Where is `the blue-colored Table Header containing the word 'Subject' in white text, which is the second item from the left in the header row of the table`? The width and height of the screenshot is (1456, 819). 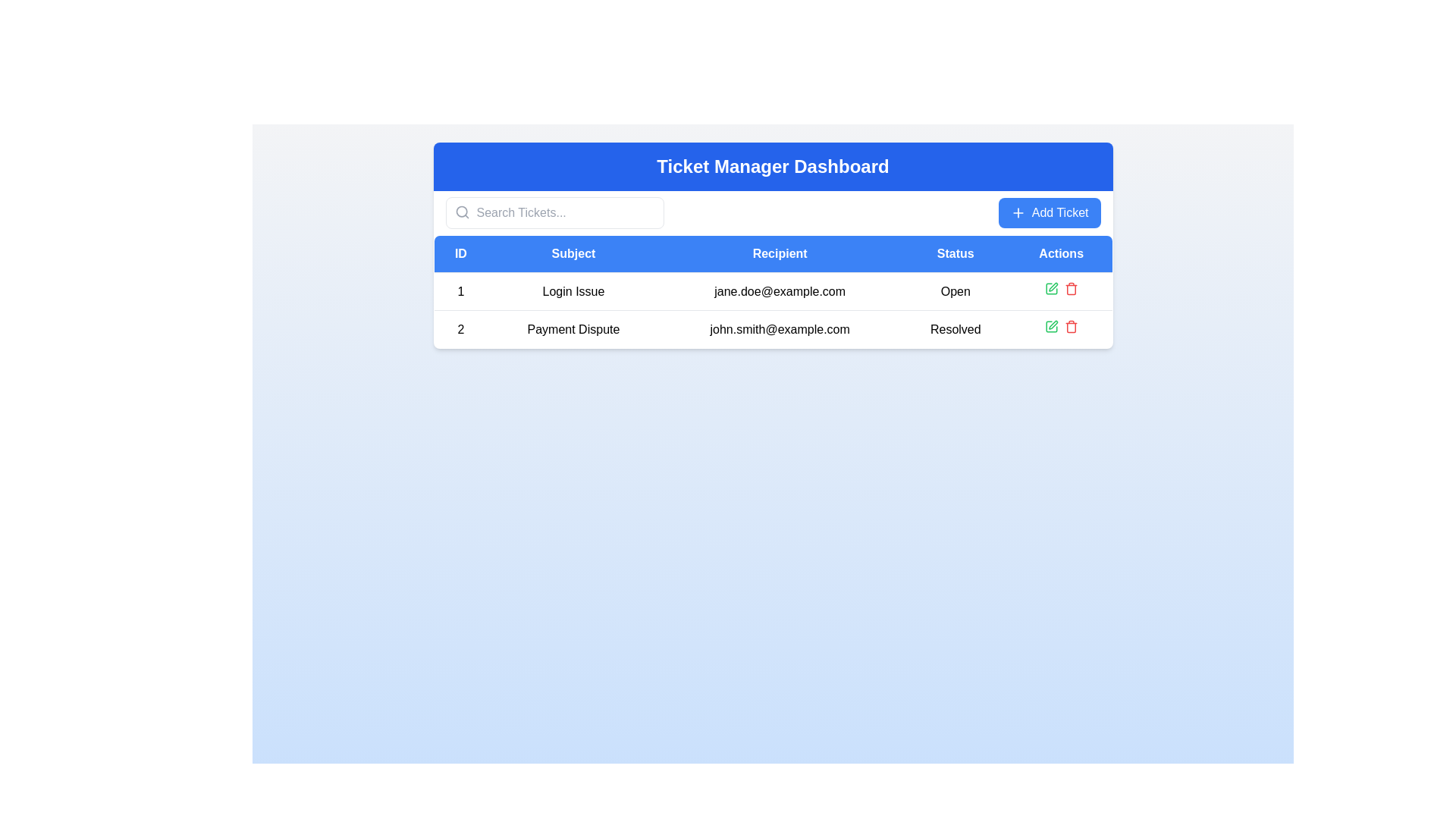
the blue-colored Table Header containing the word 'Subject' in white text, which is the second item from the left in the header row of the table is located at coordinates (573, 253).